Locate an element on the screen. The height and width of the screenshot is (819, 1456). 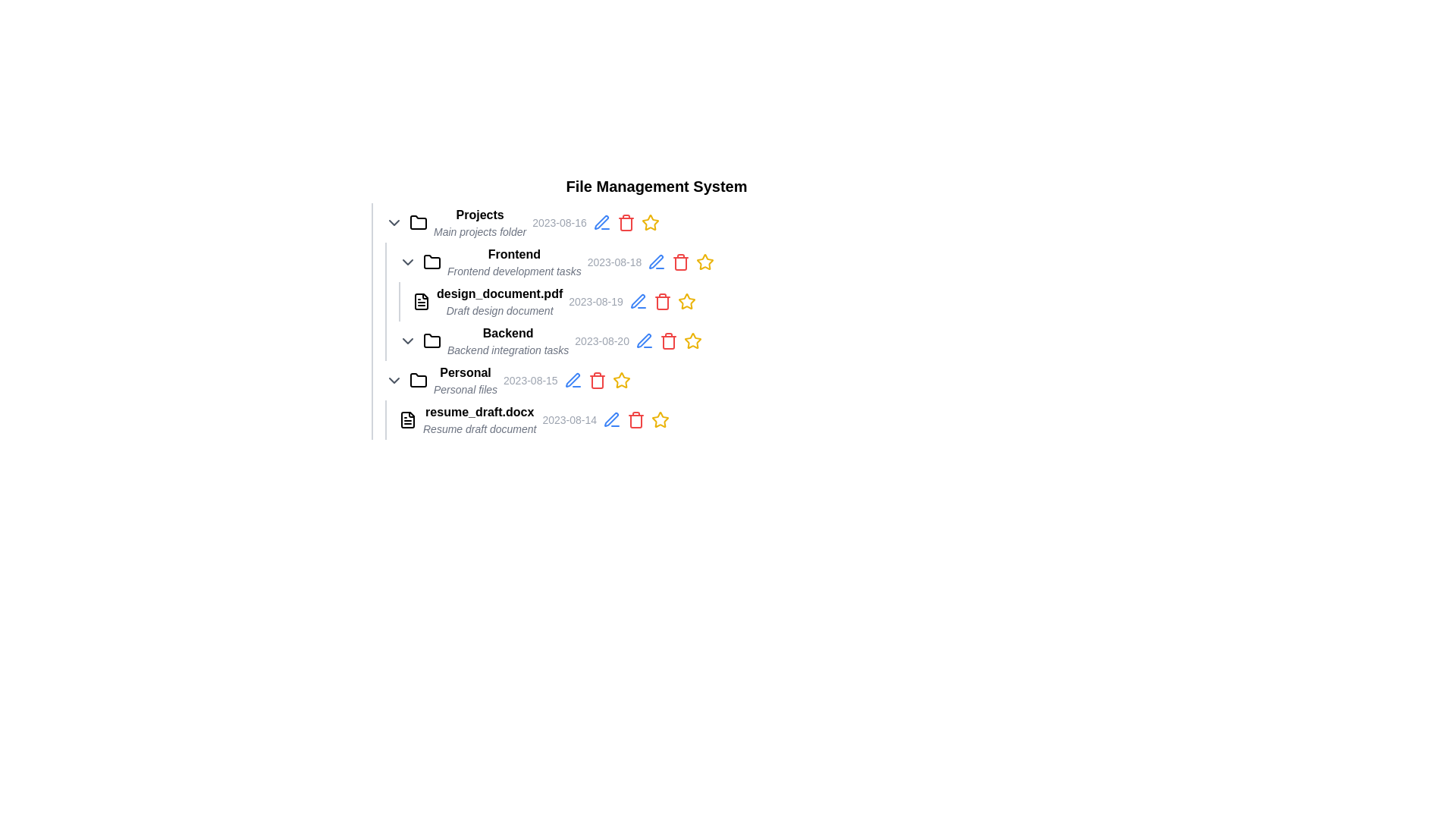
the star icon located at the rightmost side of the 'Personal' file entry row is located at coordinates (621, 379).